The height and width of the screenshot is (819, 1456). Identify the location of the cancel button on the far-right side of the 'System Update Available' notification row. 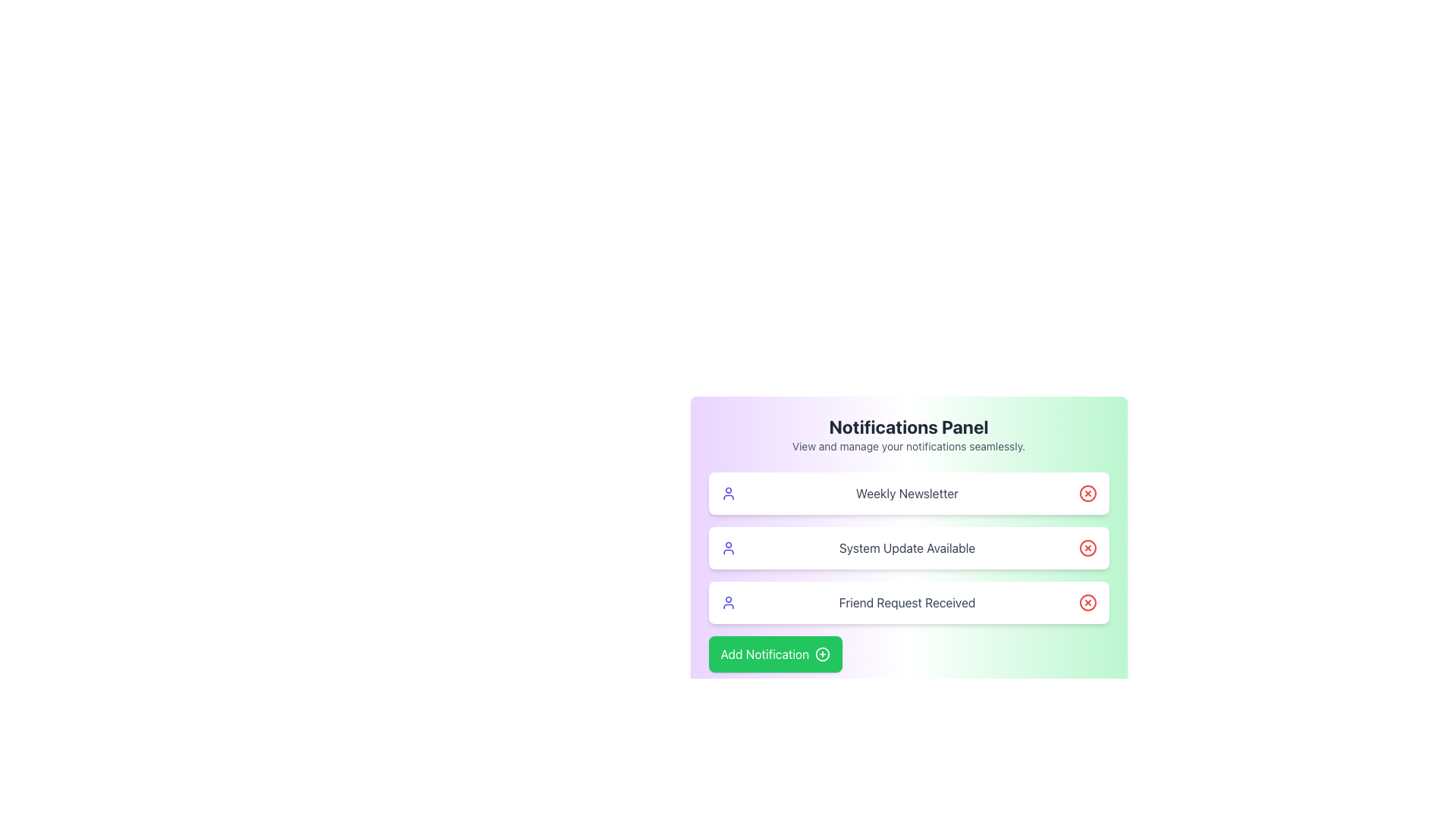
(1087, 548).